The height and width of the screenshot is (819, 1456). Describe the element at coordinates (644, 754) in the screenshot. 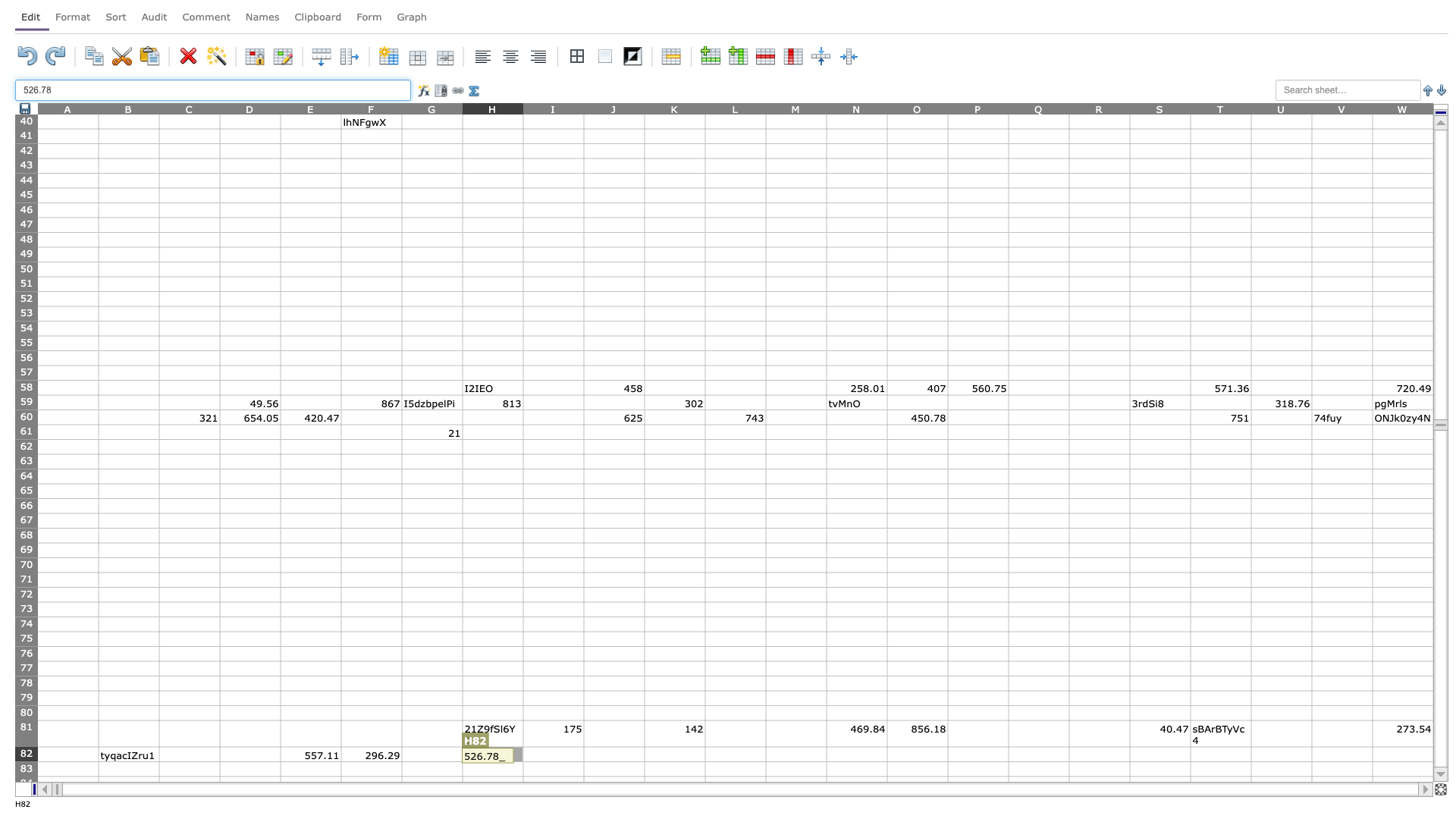

I see `right edge at column J row 82` at that location.